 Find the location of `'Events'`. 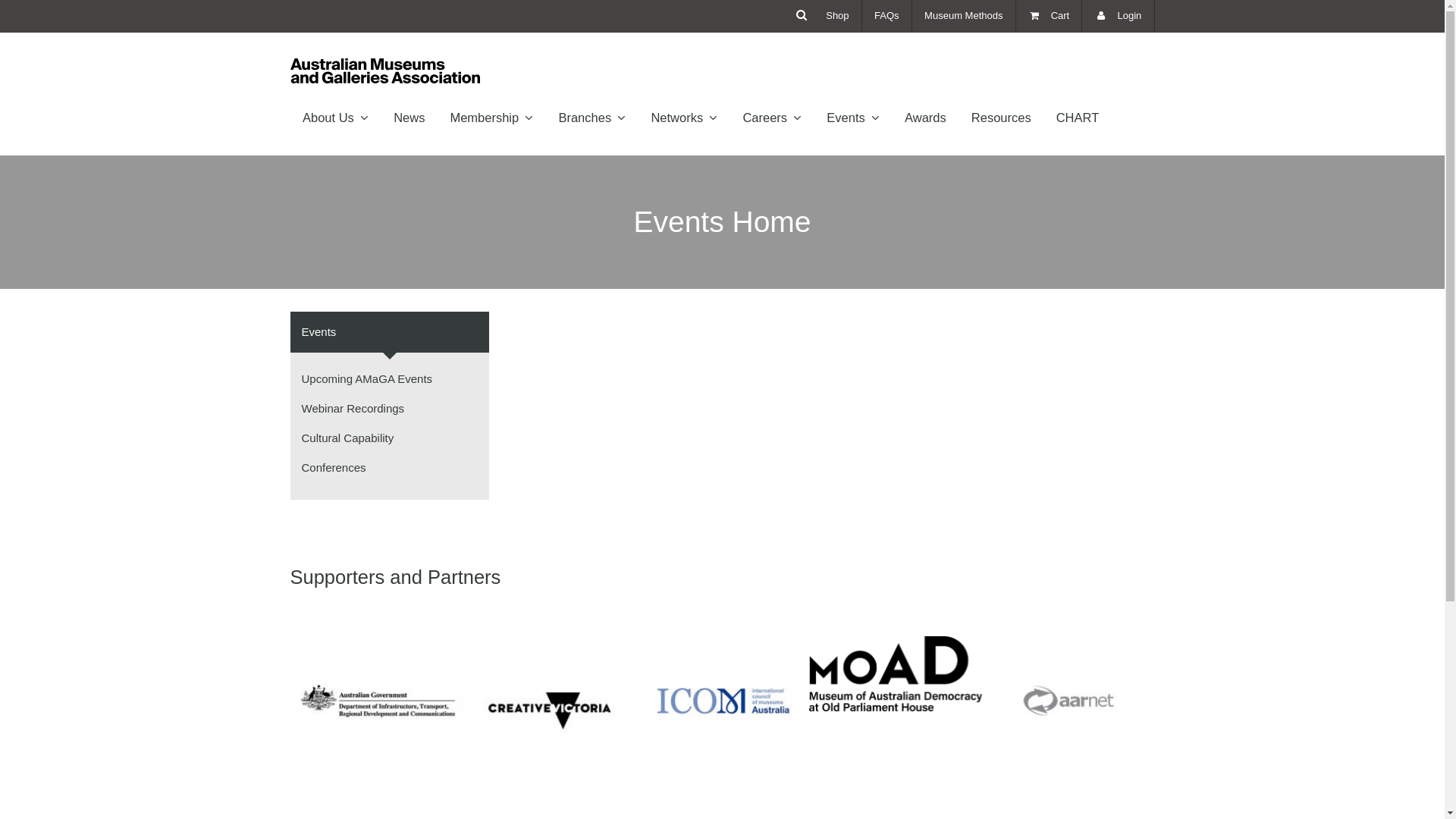

'Events' is located at coordinates (390, 331).